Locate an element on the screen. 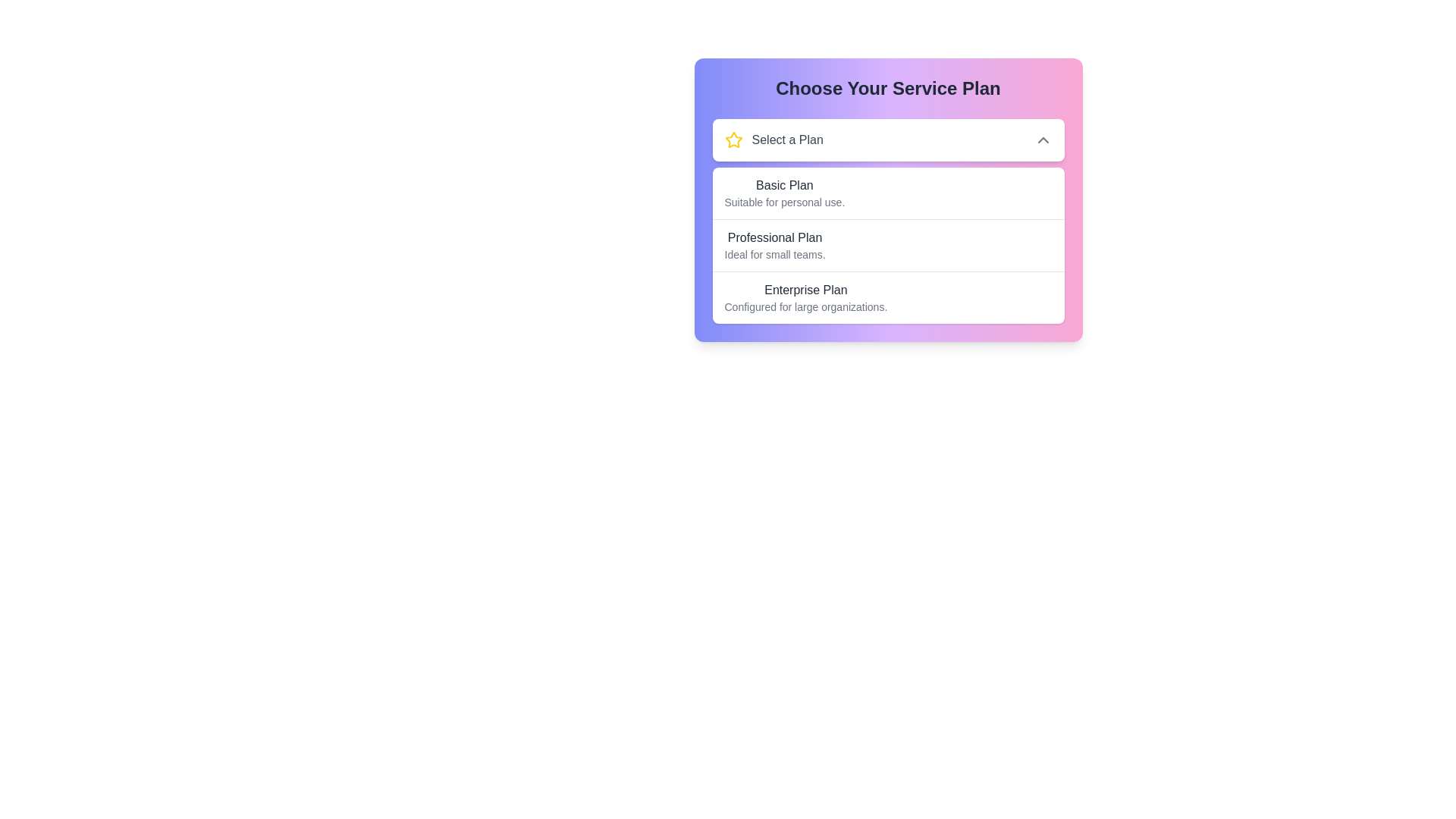  the first option in the vertically stacked list of plans labeled 'Basic Plan', which is styled in bold and is suitable for personal use, located under the dropdown for plan selection is located at coordinates (888, 192).